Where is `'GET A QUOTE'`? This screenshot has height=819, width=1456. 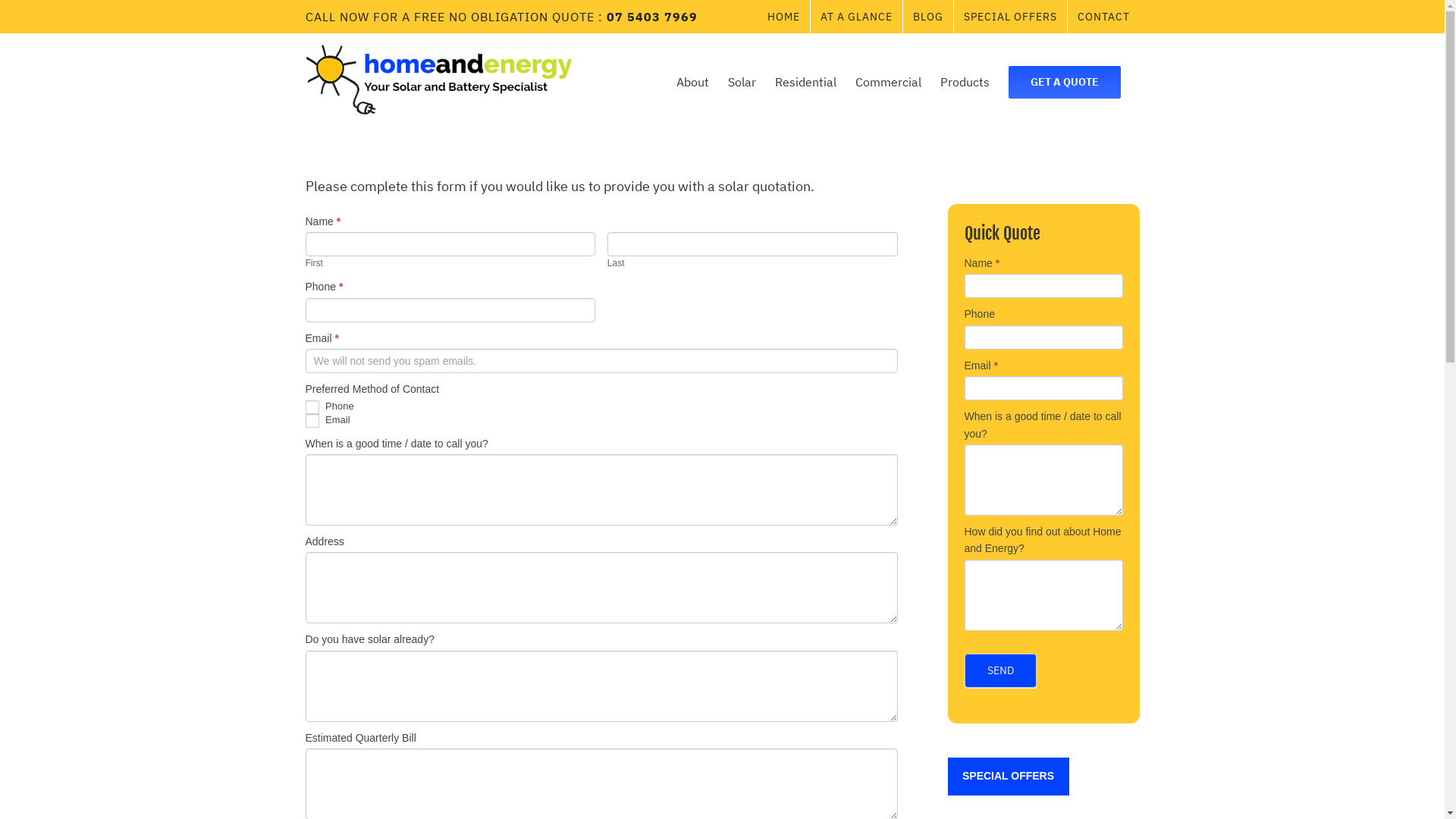
'GET A QUOTE' is located at coordinates (1063, 82).